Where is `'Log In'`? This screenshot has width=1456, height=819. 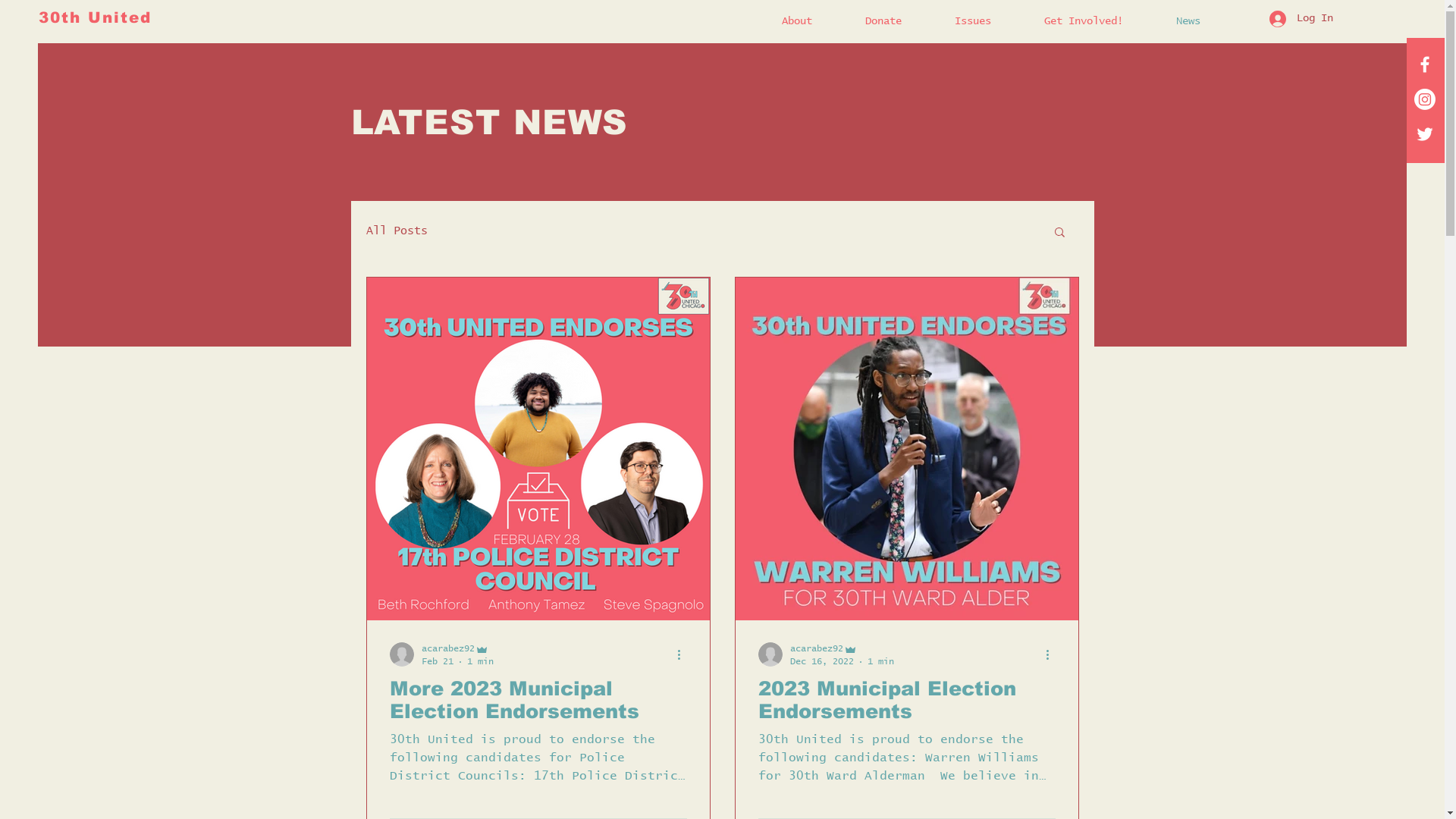 'Log In' is located at coordinates (1299, 18).